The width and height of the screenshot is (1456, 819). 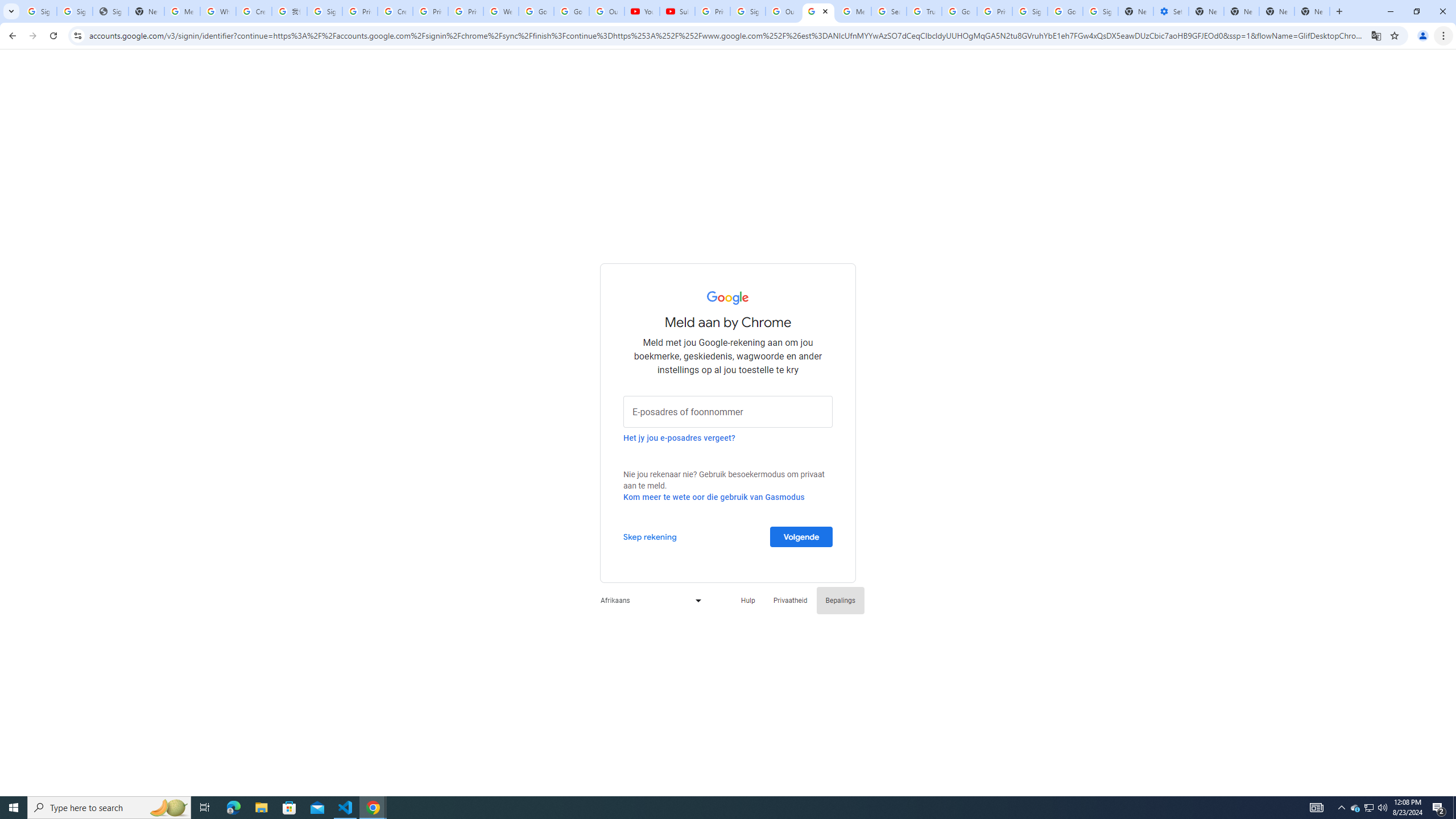 I want to click on 'Trusted Information and Content - Google Safety Center', so click(x=923, y=11).